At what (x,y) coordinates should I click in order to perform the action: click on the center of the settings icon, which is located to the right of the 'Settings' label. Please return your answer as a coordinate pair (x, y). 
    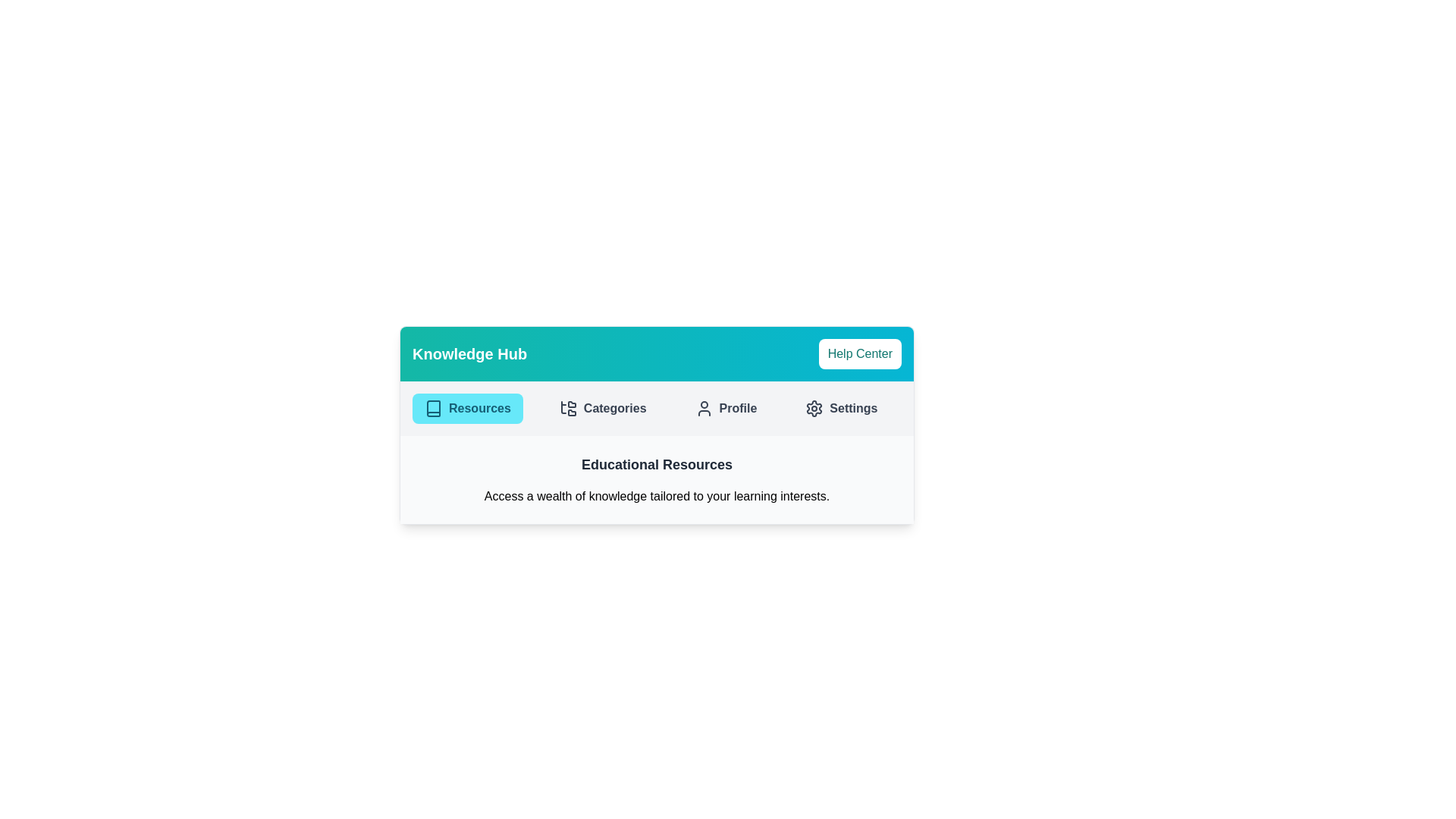
    Looking at the image, I should click on (814, 408).